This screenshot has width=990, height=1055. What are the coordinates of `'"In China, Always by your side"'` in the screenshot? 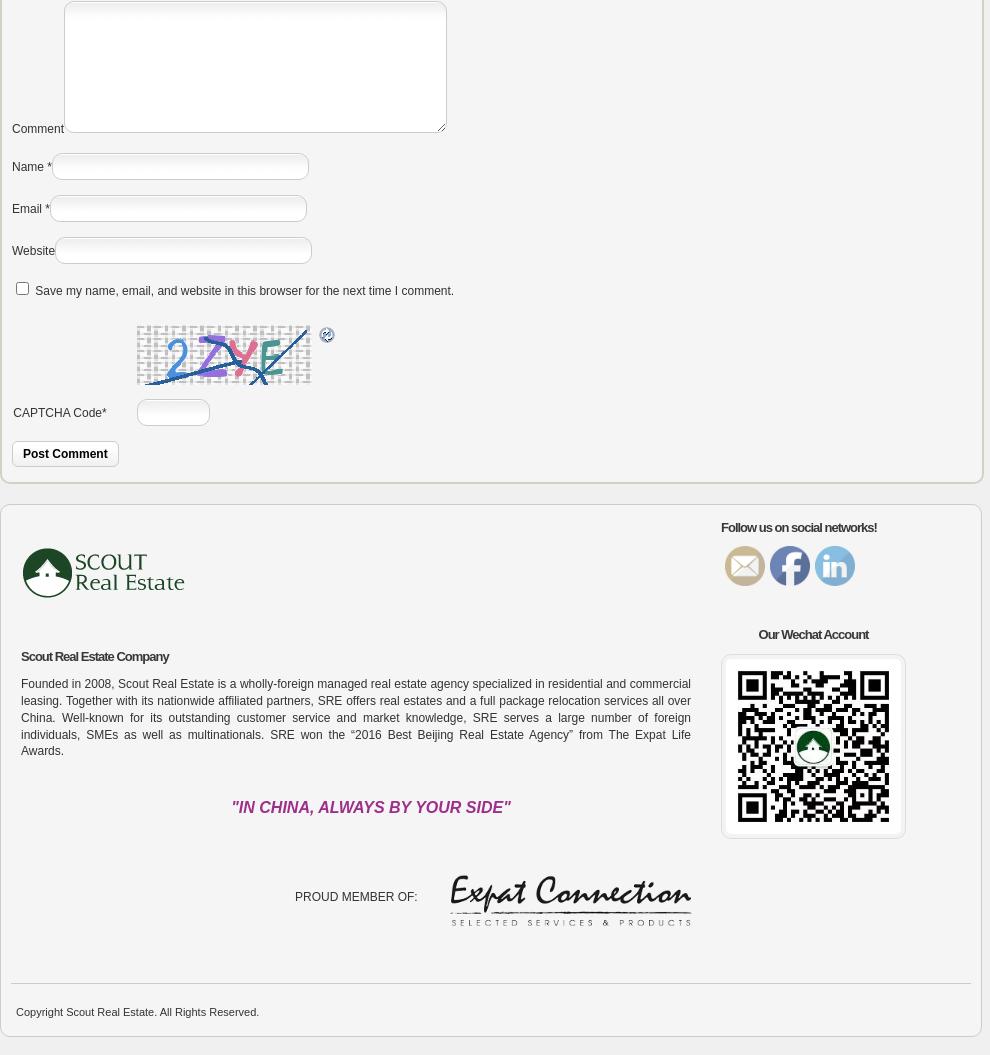 It's located at (370, 806).